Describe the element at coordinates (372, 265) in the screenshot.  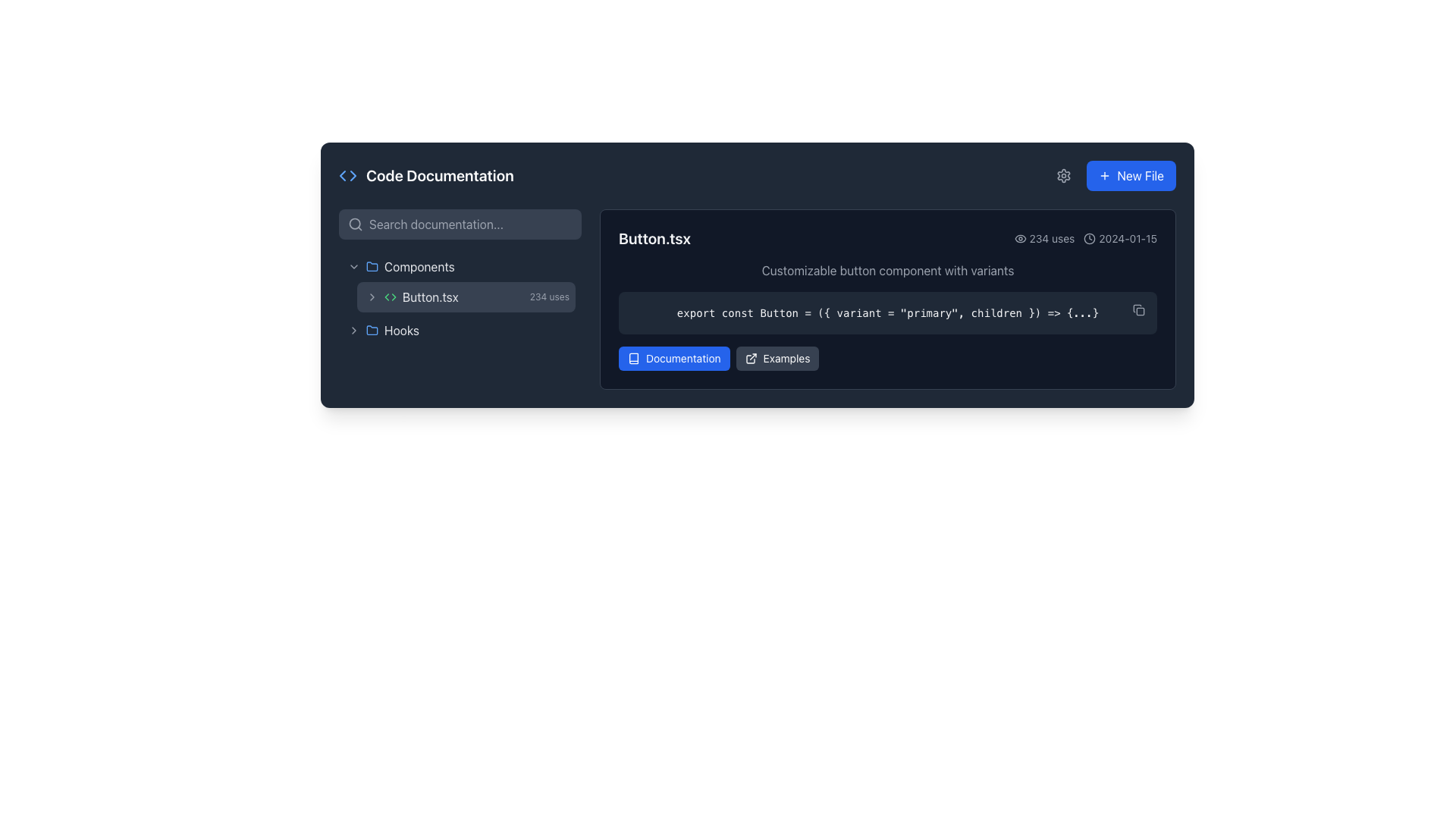
I see `the folder icon located in the left navigation bar under the 'Components' section` at that location.